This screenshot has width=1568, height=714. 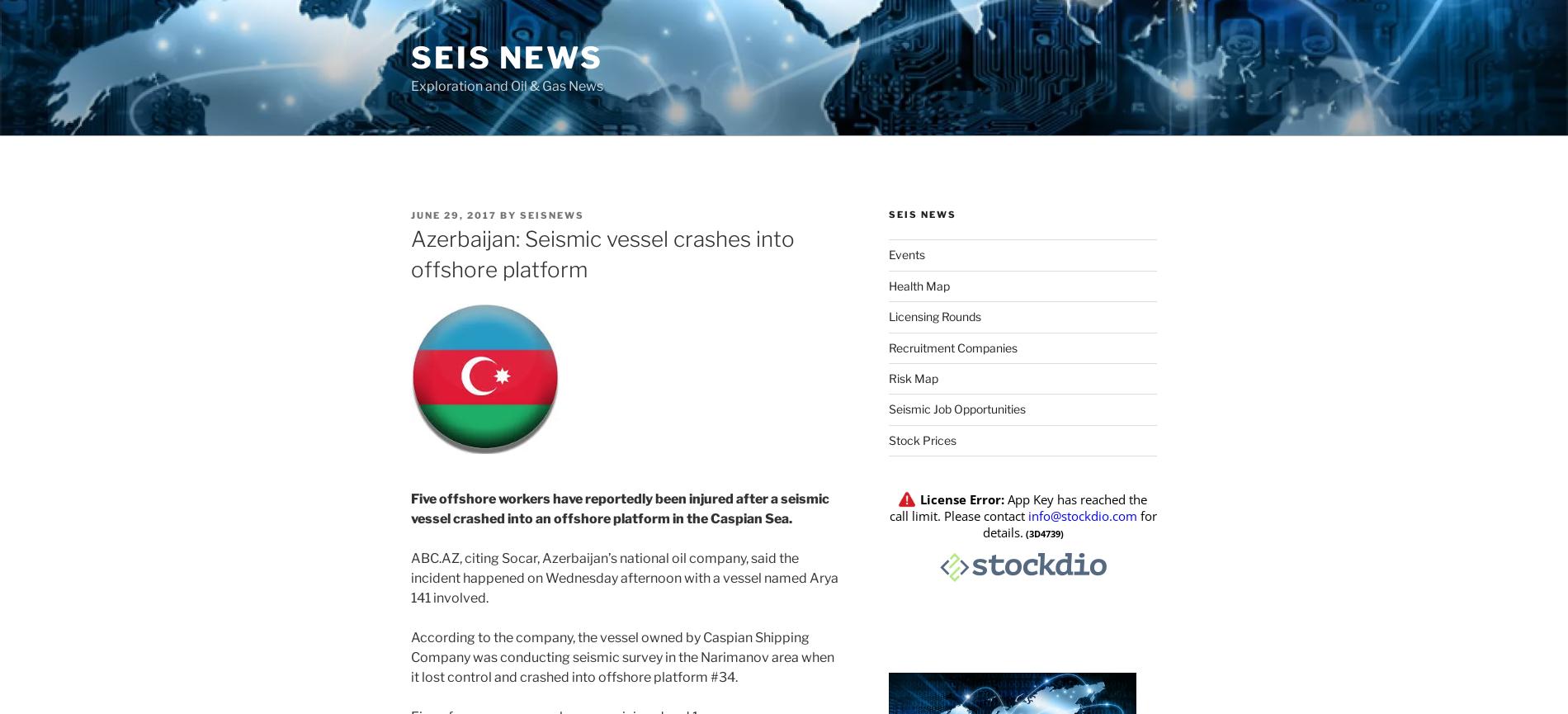 What do you see at coordinates (956, 408) in the screenshot?
I see `'Seismic Job Opportunities'` at bounding box center [956, 408].